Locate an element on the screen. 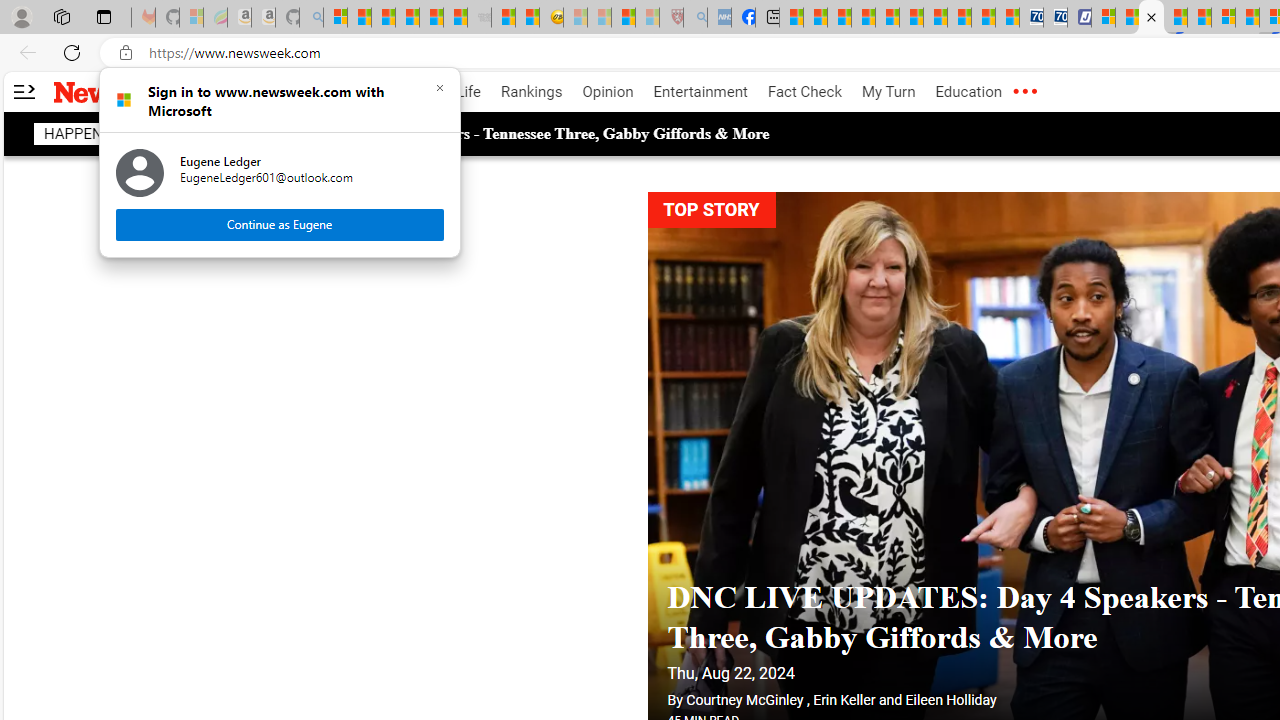 This screenshot has height=720, width=1280. 'Rankings' is located at coordinates (532, 92).